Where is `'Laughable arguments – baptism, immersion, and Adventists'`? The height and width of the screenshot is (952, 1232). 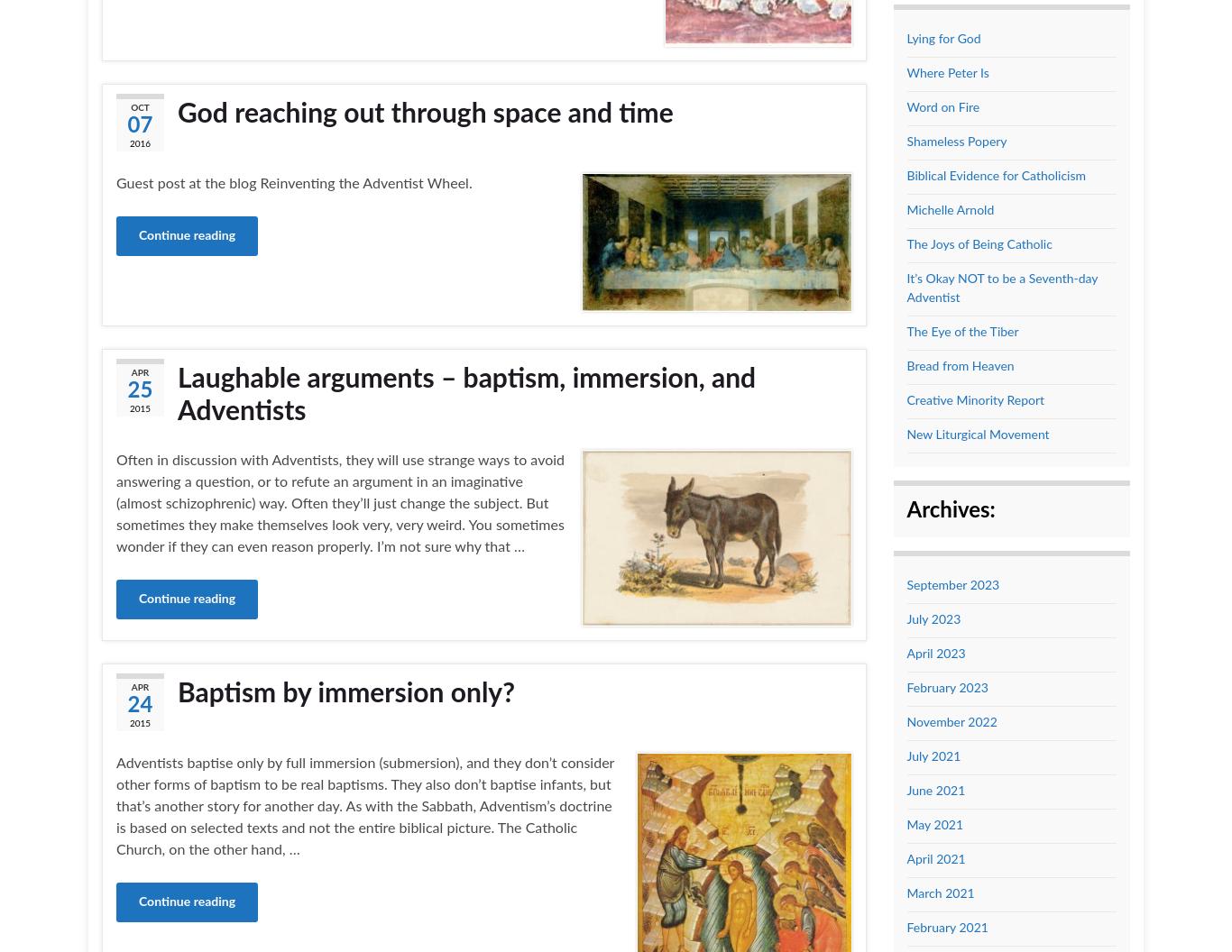
'Laughable arguments – baptism, immersion, and Adventists' is located at coordinates (466, 395).